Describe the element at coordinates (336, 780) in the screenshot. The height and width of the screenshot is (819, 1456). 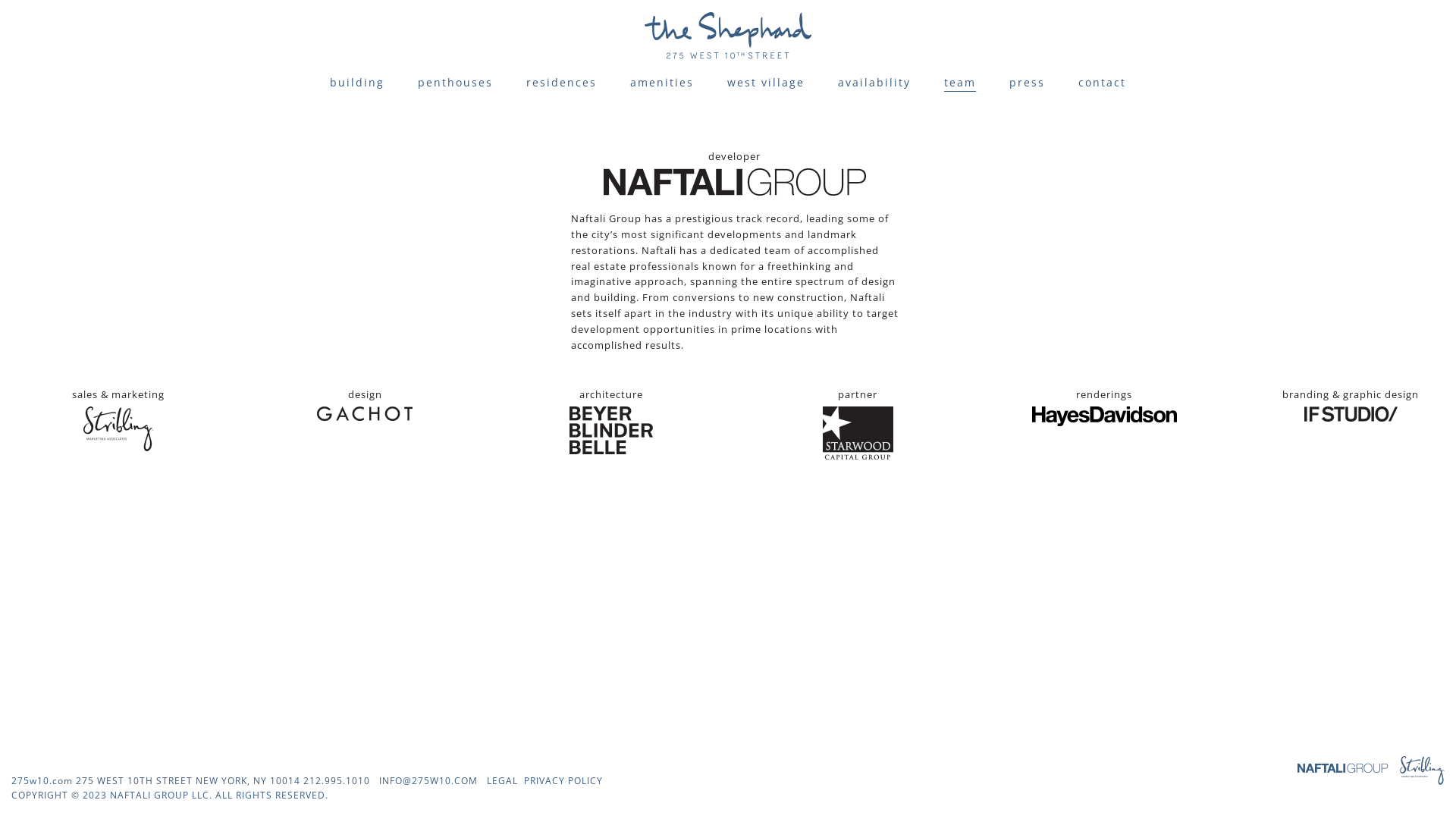
I see `'212.995.1010'` at that location.